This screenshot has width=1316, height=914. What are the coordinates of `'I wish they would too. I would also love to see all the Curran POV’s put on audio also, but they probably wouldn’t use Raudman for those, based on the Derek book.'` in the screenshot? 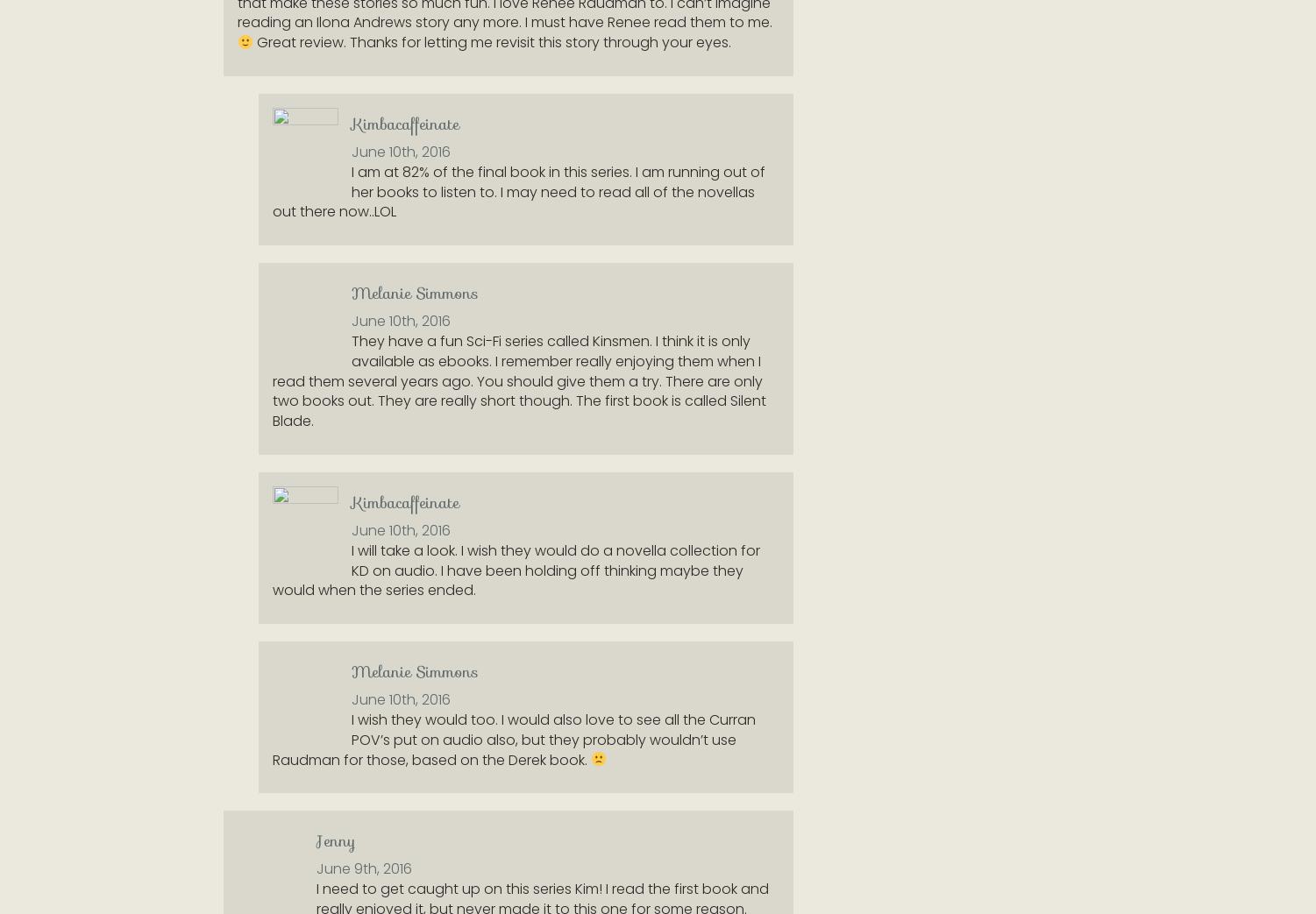 It's located at (514, 739).